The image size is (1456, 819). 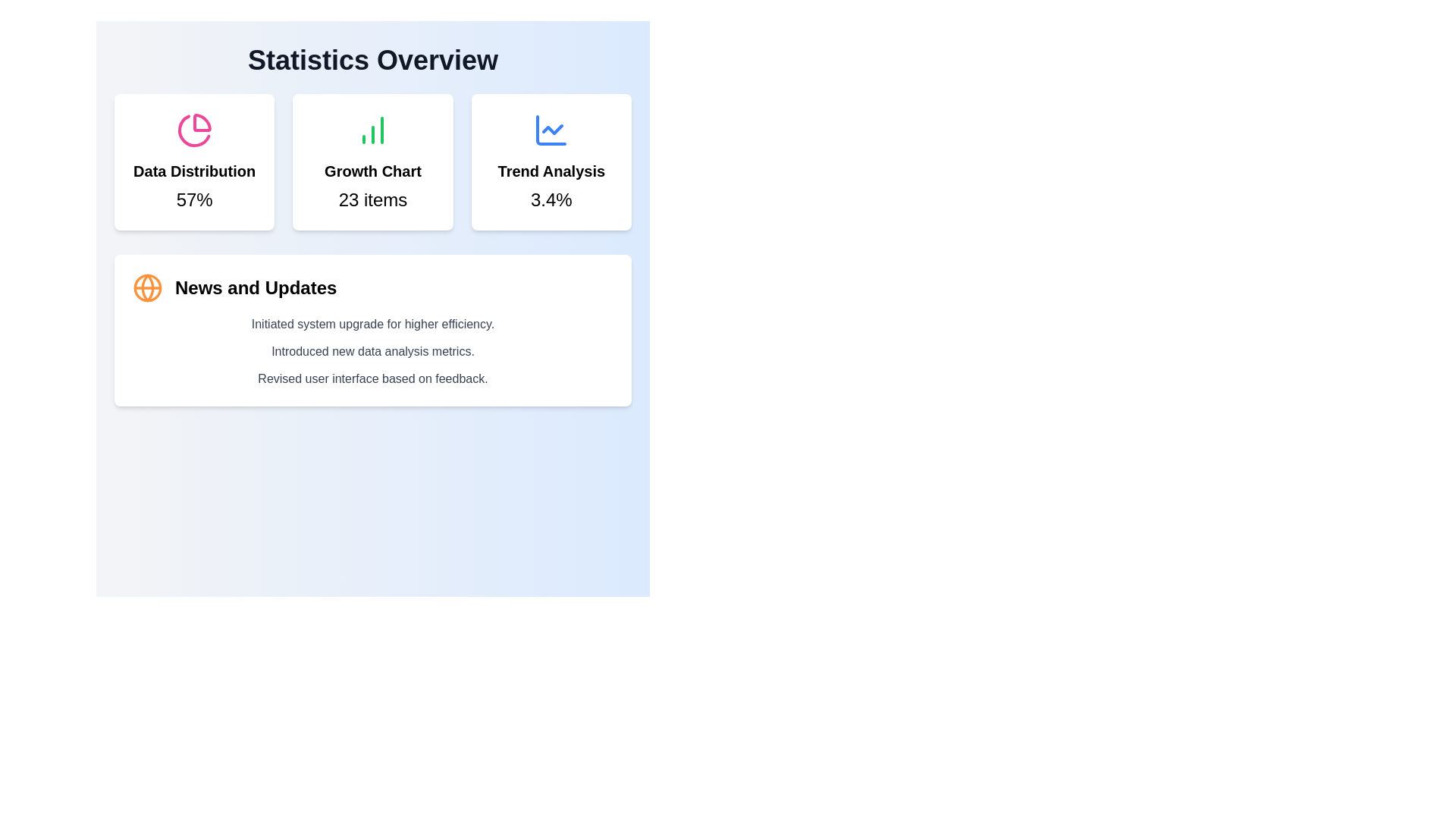 What do you see at coordinates (193, 130) in the screenshot?
I see `the Decorative SVG graphical segment that emphasizes the pie chart theme, located above the 'Data Distribution' label in the statistics overview cards` at bounding box center [193, 130].